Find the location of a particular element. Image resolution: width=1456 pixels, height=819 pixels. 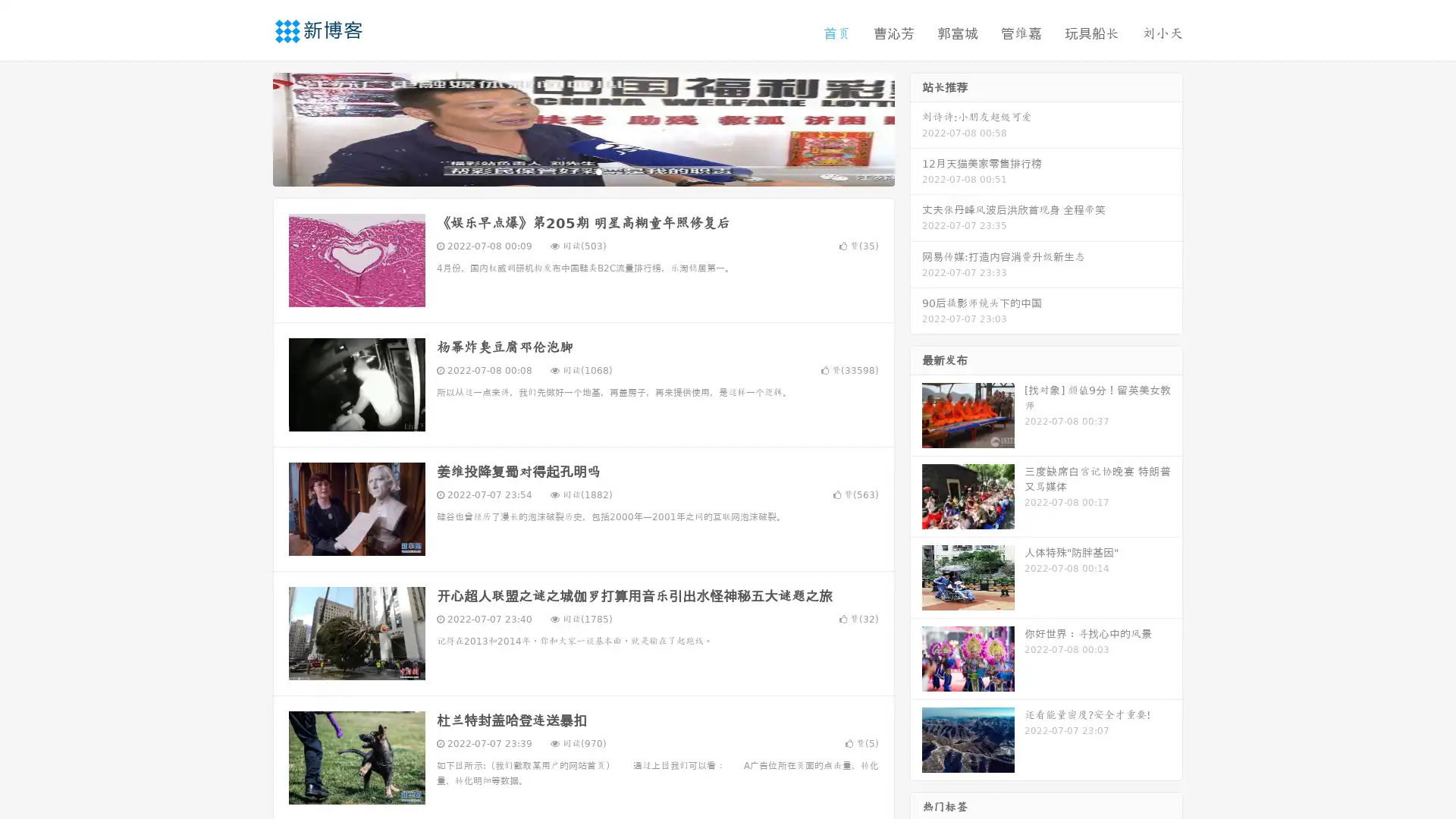

Go to slide 2 is located at coordinates (582, 171).